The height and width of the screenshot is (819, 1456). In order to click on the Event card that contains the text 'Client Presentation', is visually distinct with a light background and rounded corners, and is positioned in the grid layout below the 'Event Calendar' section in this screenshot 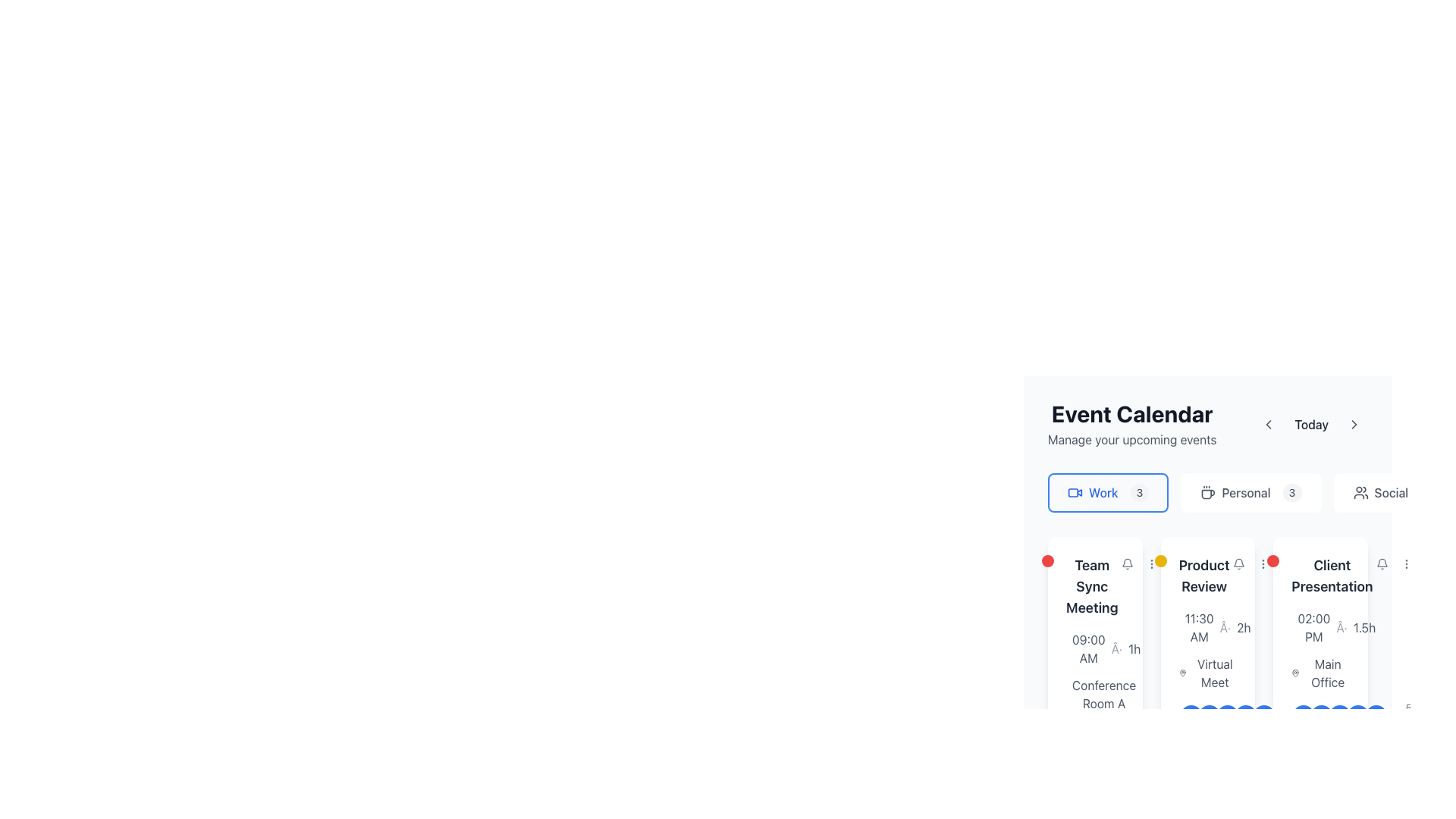, I will do `click(1319, 665)`.